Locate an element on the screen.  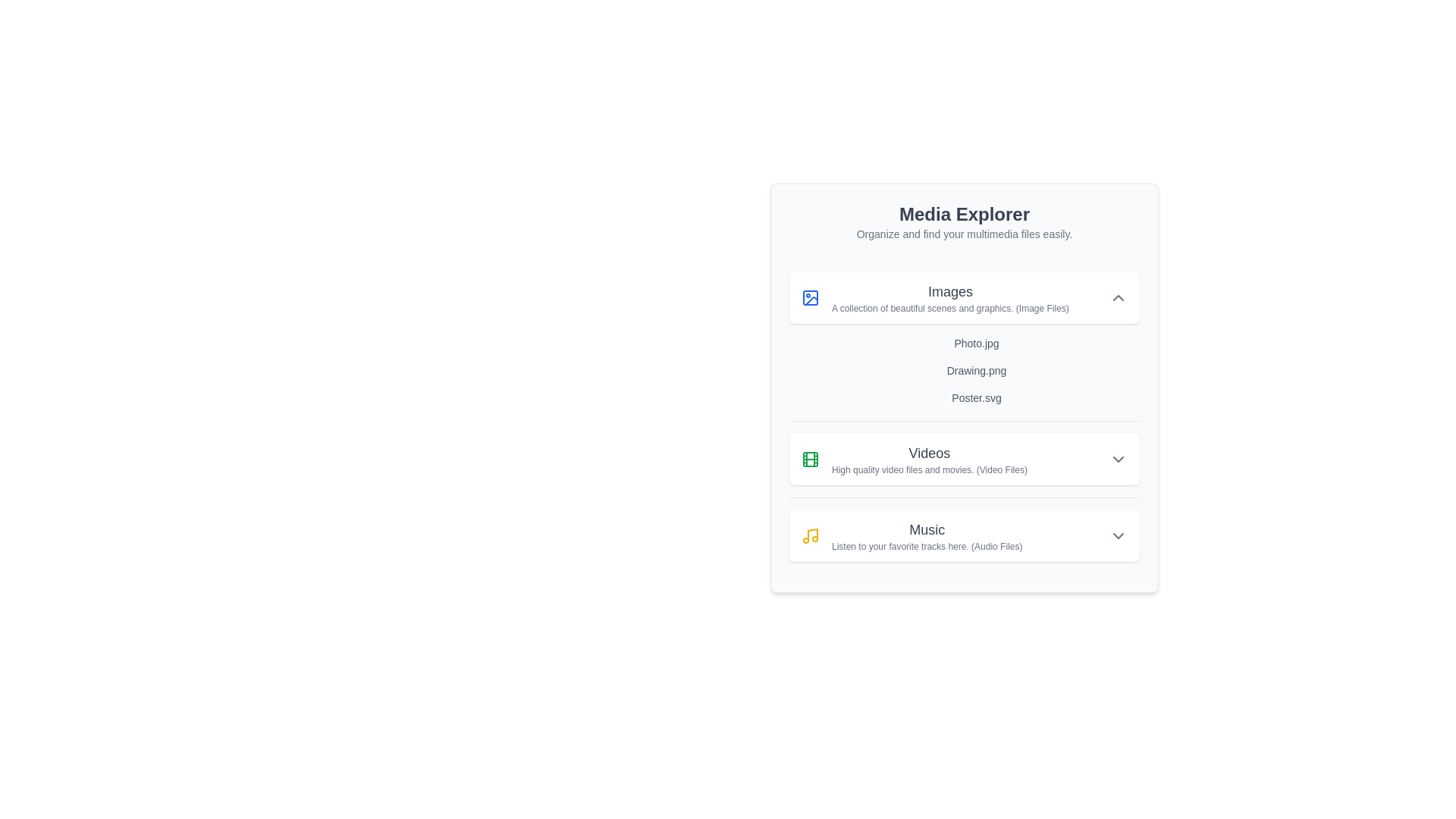
the 'Videos' icon, which is located to the left of the text 'Videos High quality video files and movies. (Video Files)' in the multimedia content section is located at coordinates (810, 458).